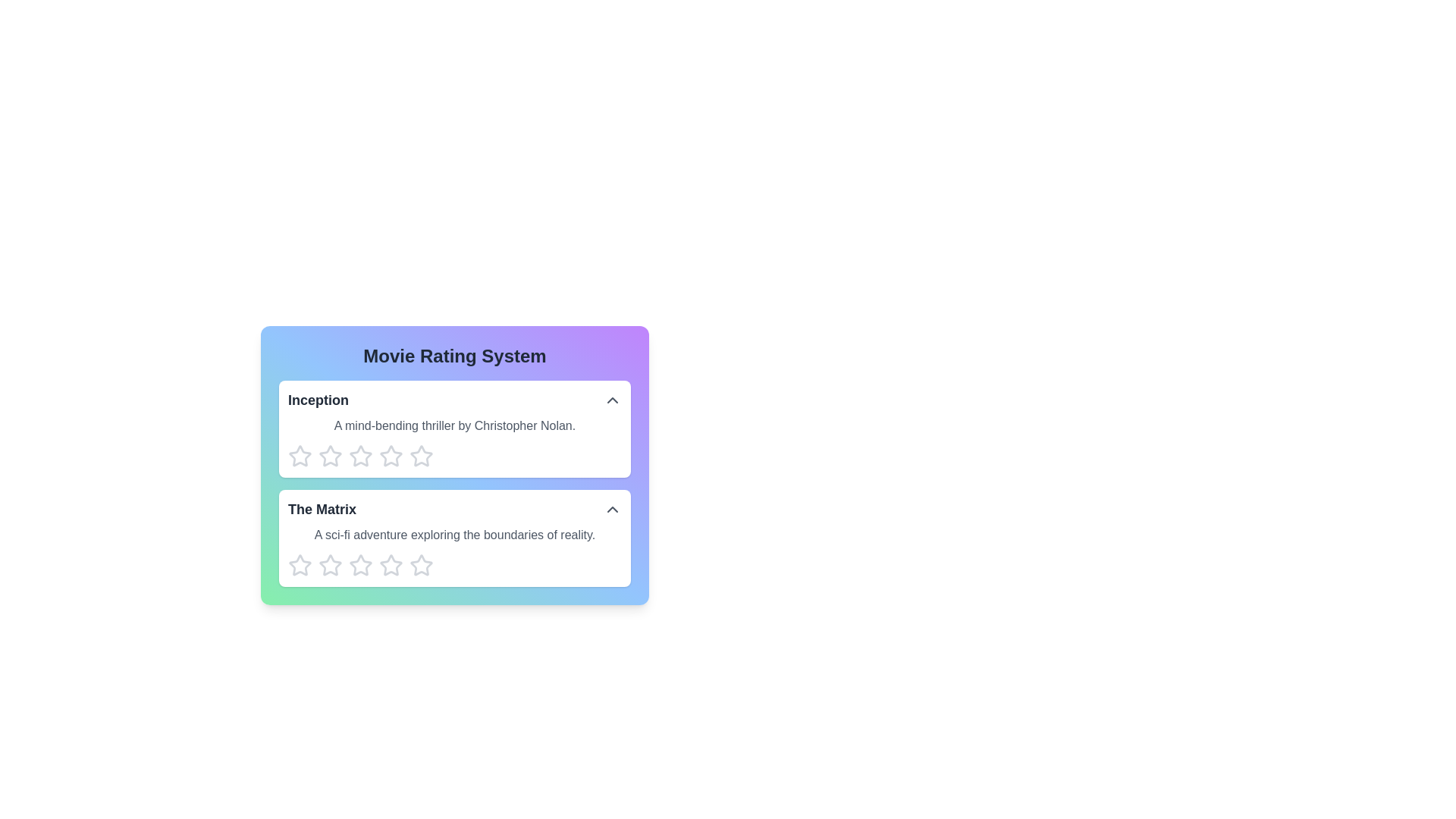 The height and width of the screenshot is (819, 1456). What do you see at coordinates (300, 565) in the screenshot?
I see `the first star rating icon for 'The Matrix' to observe the hover effect` at bounding box center [300, 565].